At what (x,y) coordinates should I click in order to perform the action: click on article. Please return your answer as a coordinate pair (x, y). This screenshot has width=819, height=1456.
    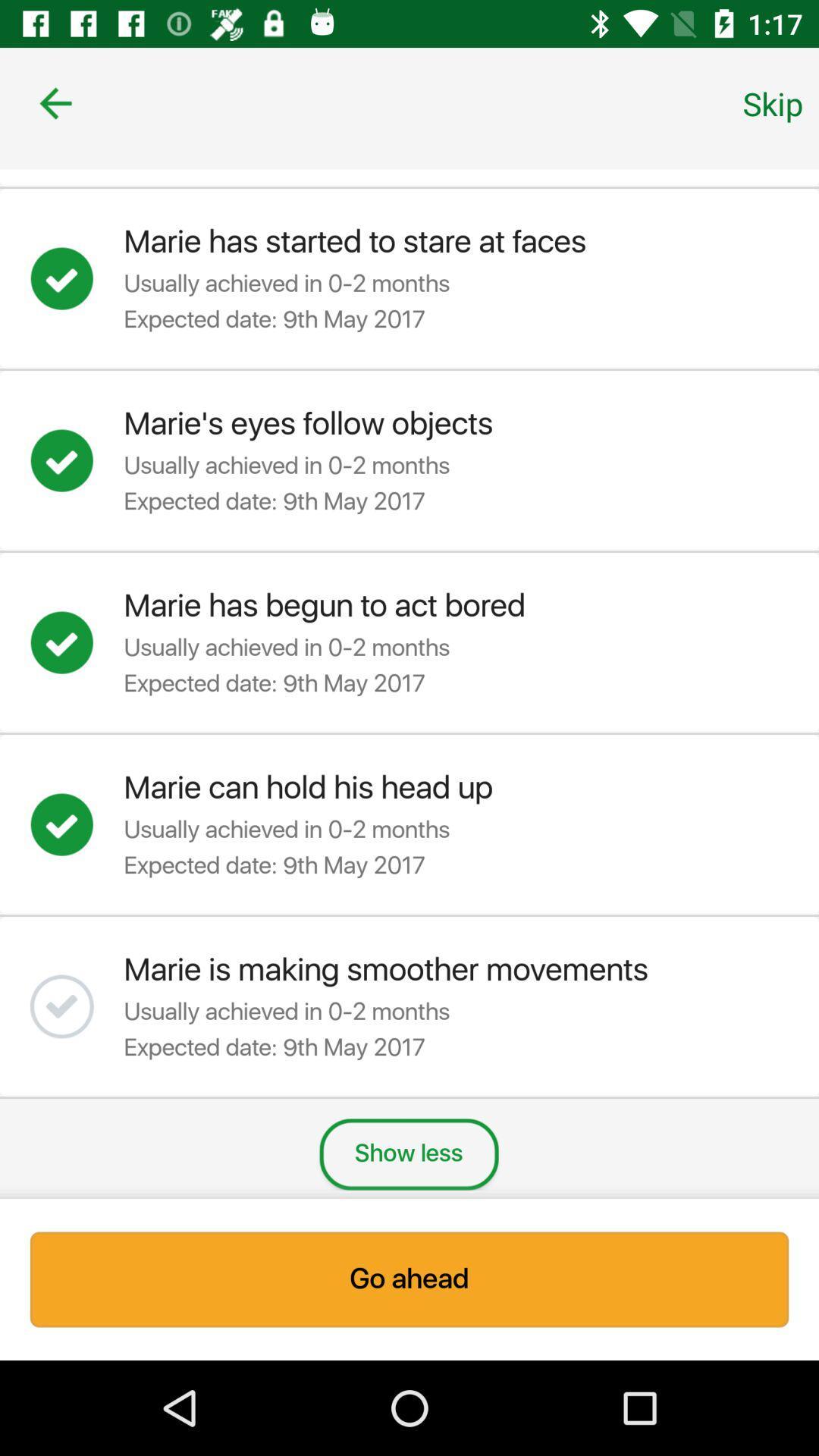
    Looking at the image, I should click on (77, 278).